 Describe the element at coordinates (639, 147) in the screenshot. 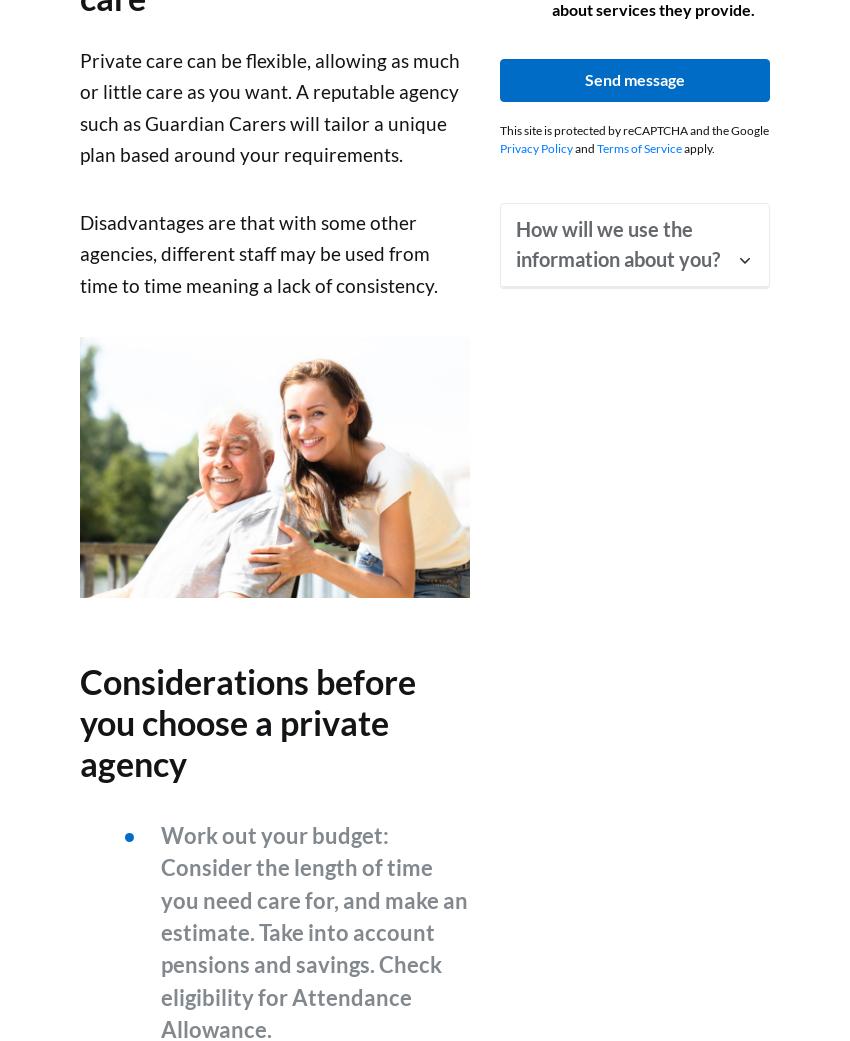

I see `'Terms of Service'` at that location.